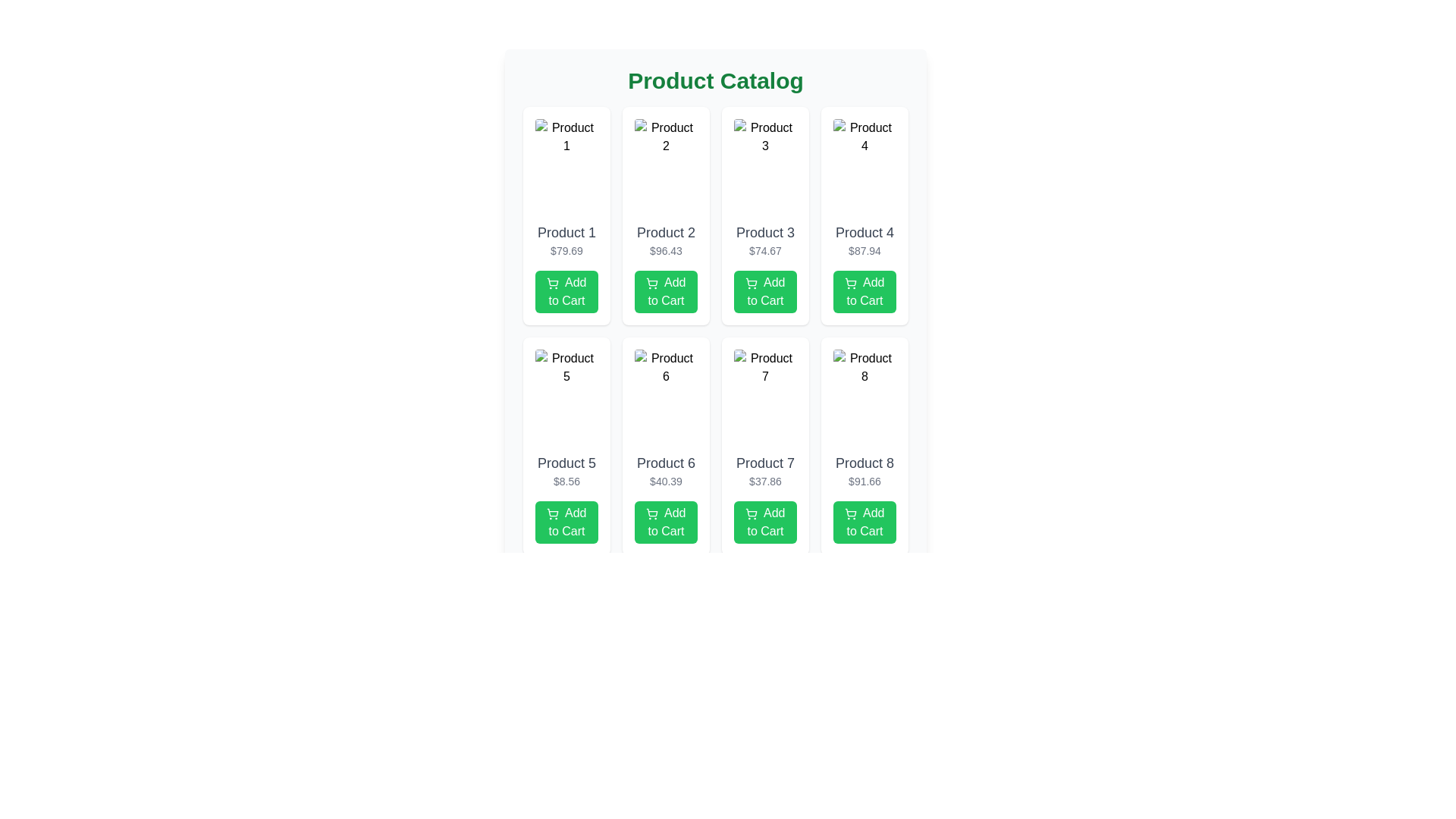 Image resolution: width=1456 pixels, height=819 pixels. I want to click on the text label that describes the product in the fifth product card, centrally located in the second row of a 4x2 grid layout, so click(566, 462).